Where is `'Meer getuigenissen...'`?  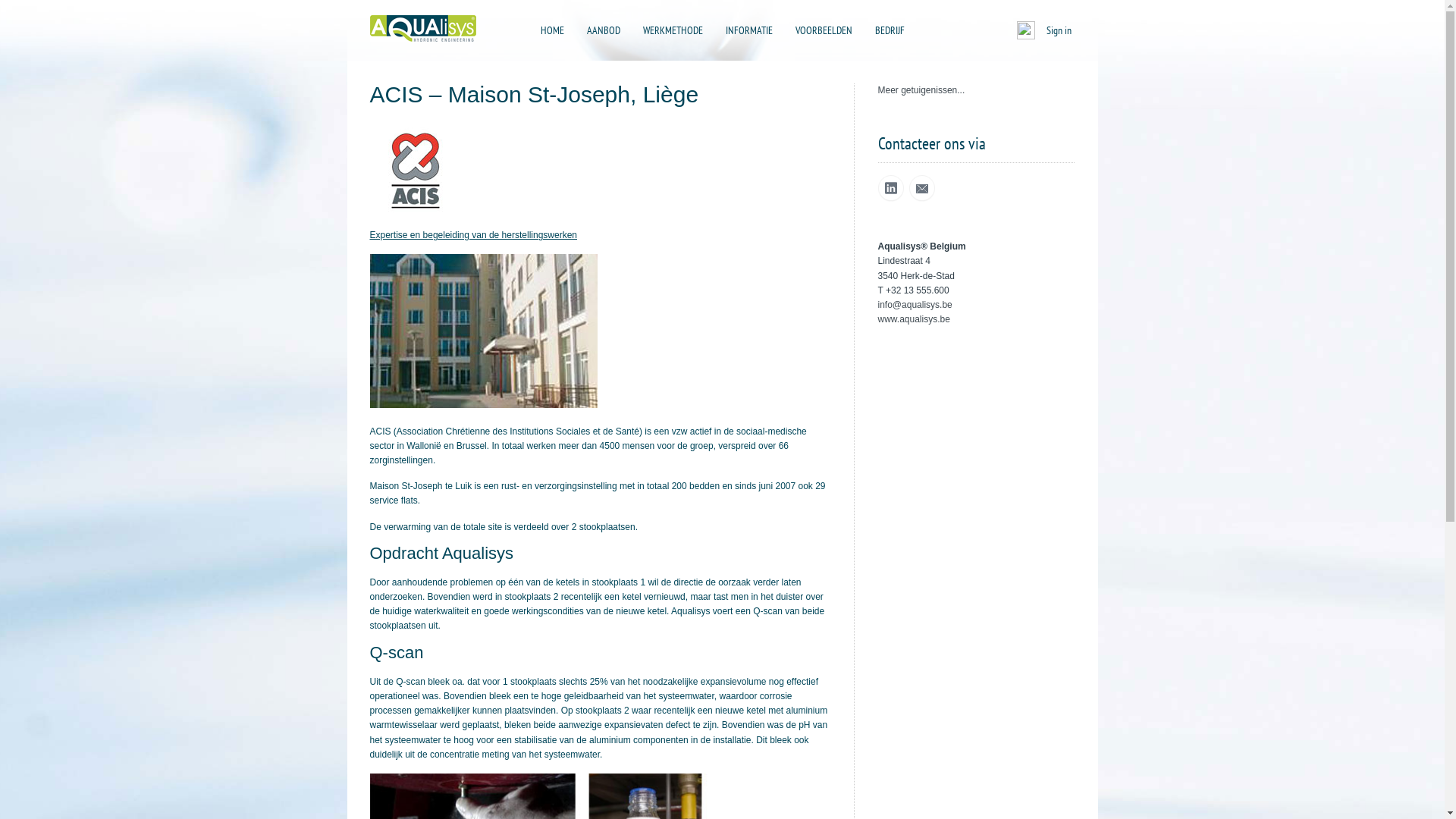 'Meer getuigenissen...' is located at coordinates (921, 90).